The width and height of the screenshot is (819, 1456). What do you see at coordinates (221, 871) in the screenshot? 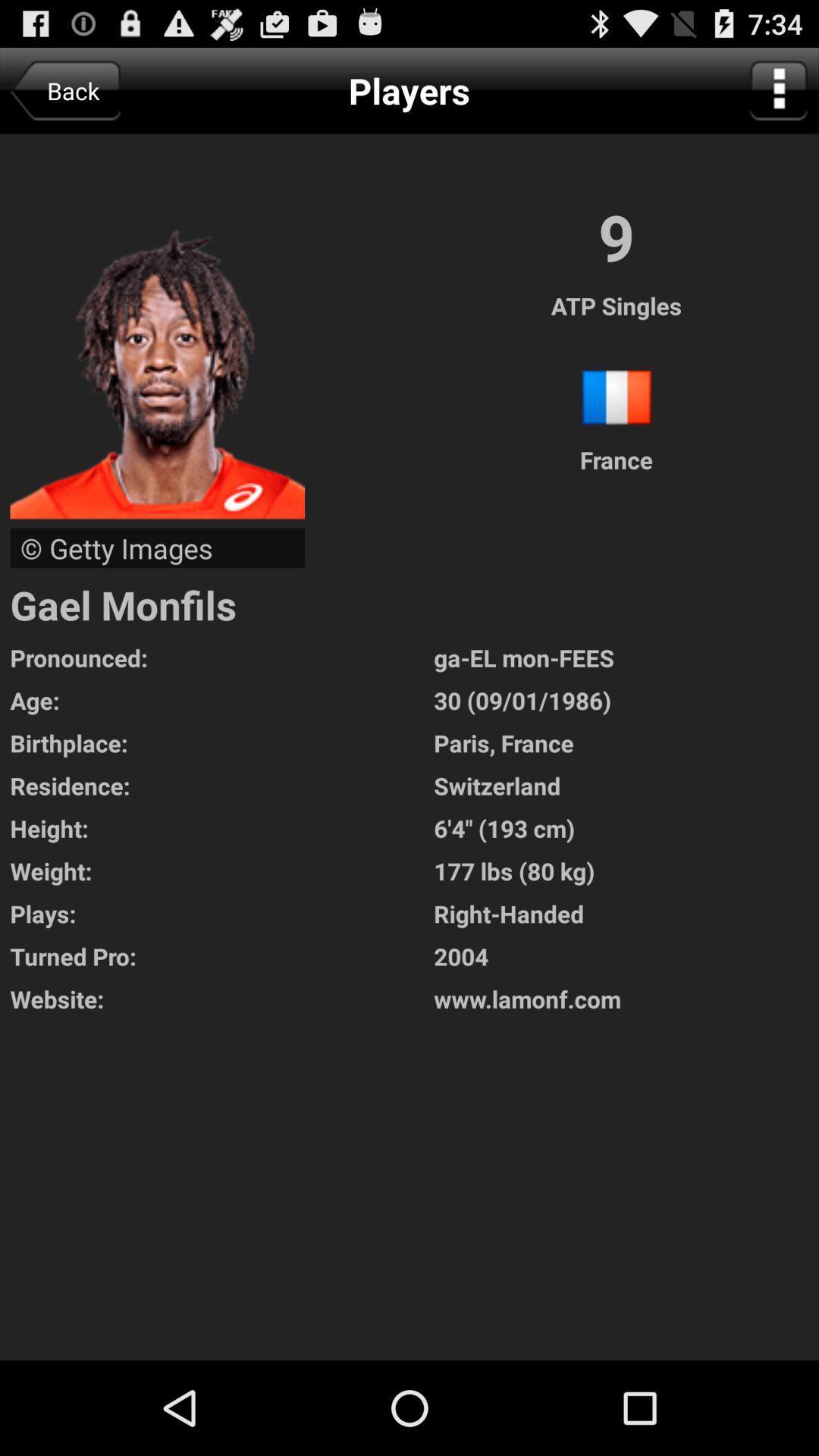
I see `app below the height: icon` at bounding box center [221, 871].